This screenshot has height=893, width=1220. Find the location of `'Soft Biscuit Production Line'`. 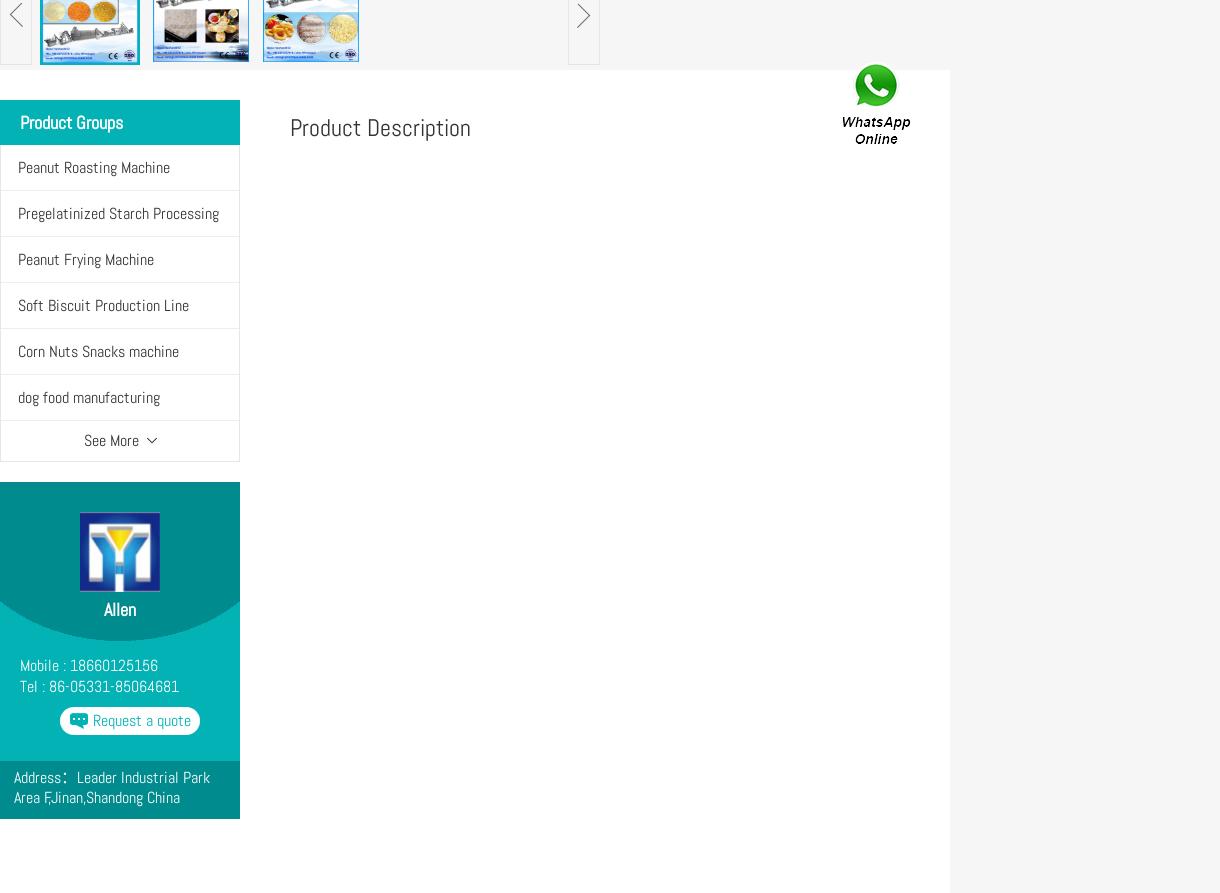

'Soft Biscuit Production Line' is located at coordinates (103, 305).